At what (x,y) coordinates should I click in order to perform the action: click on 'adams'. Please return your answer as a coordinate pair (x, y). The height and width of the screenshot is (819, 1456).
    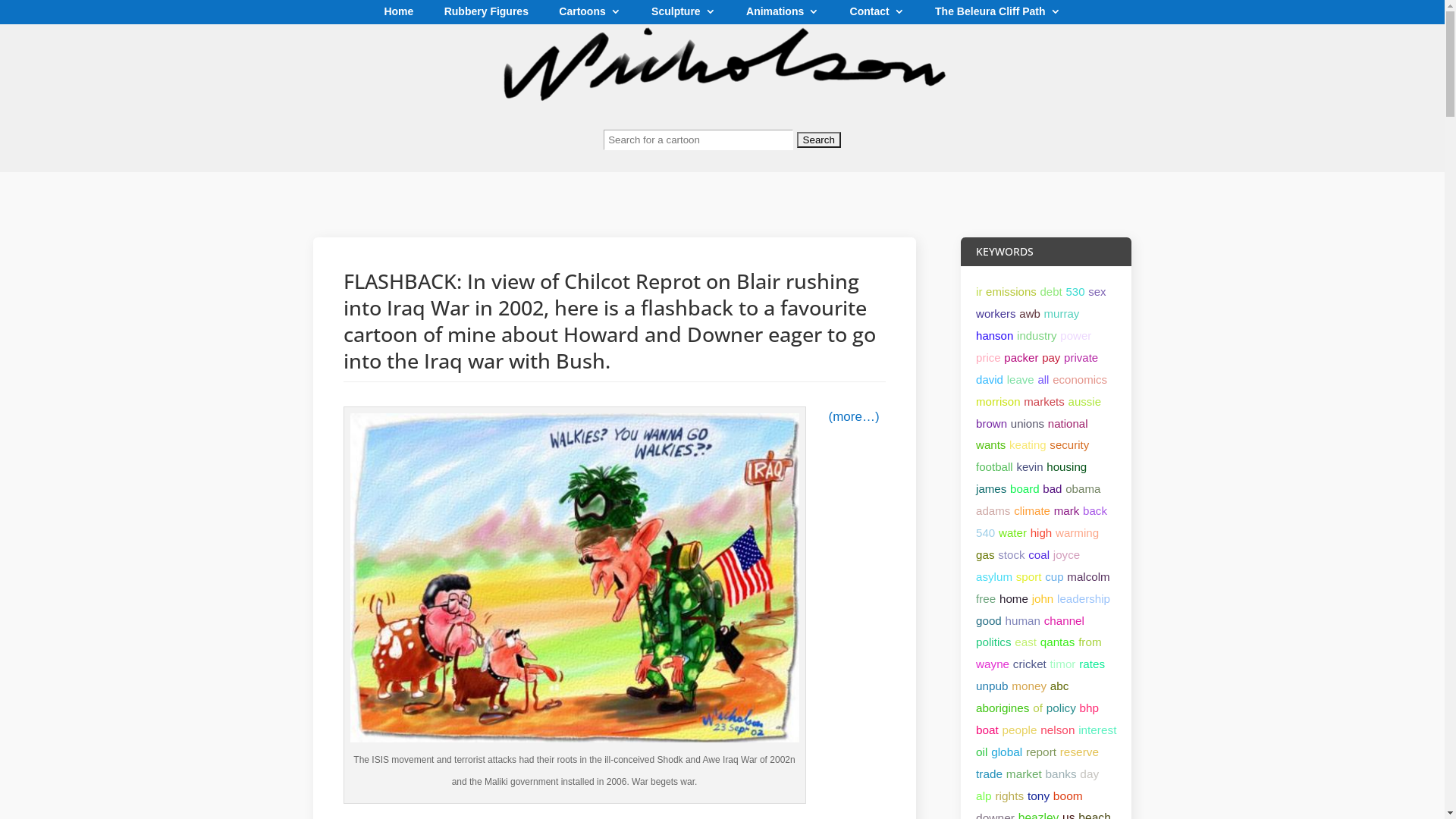
    Looking at the image, I should click on (993, 510).